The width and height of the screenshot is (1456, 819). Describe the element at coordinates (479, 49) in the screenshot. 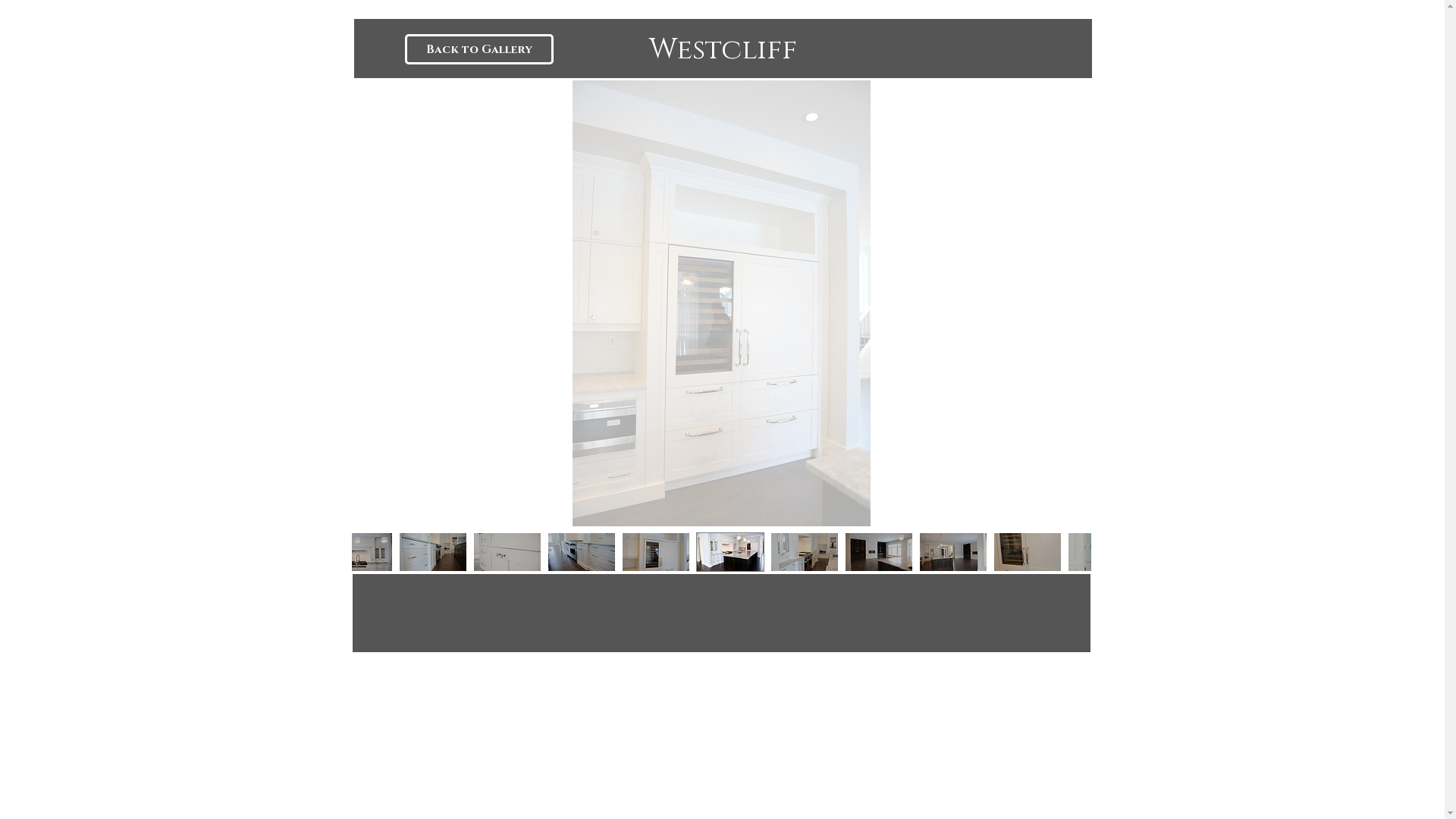

I see `'Back to Gallery'` at that location.